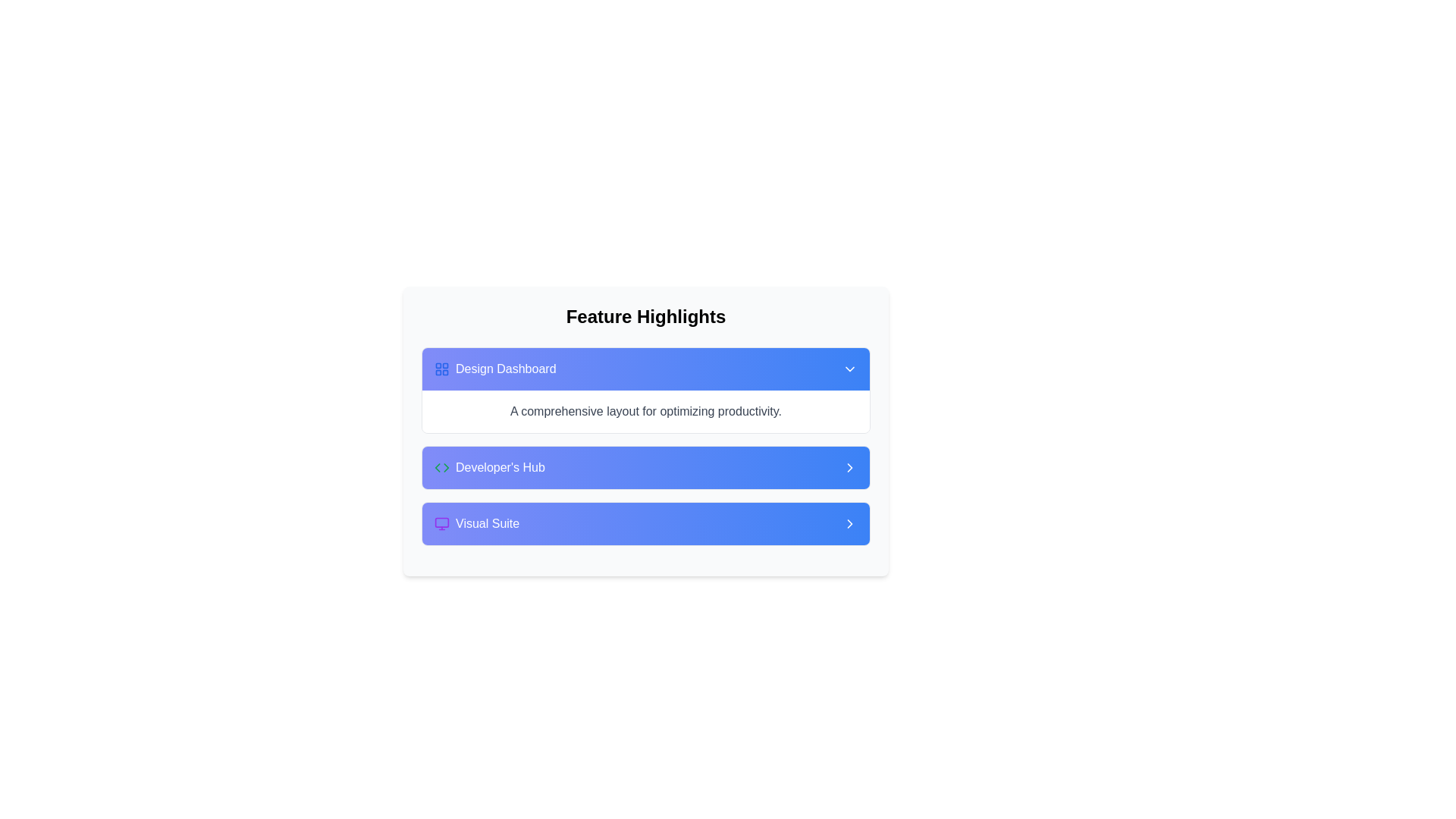 This screenshot has width=1456, height=819. What do you see at coordinates (441, 369) in the screenshot?
I see `the blue grid icon styled as a 2x2 arrangement of squares located to the left of the 'Design Dashboard' text` at bounding box center [441, 369].